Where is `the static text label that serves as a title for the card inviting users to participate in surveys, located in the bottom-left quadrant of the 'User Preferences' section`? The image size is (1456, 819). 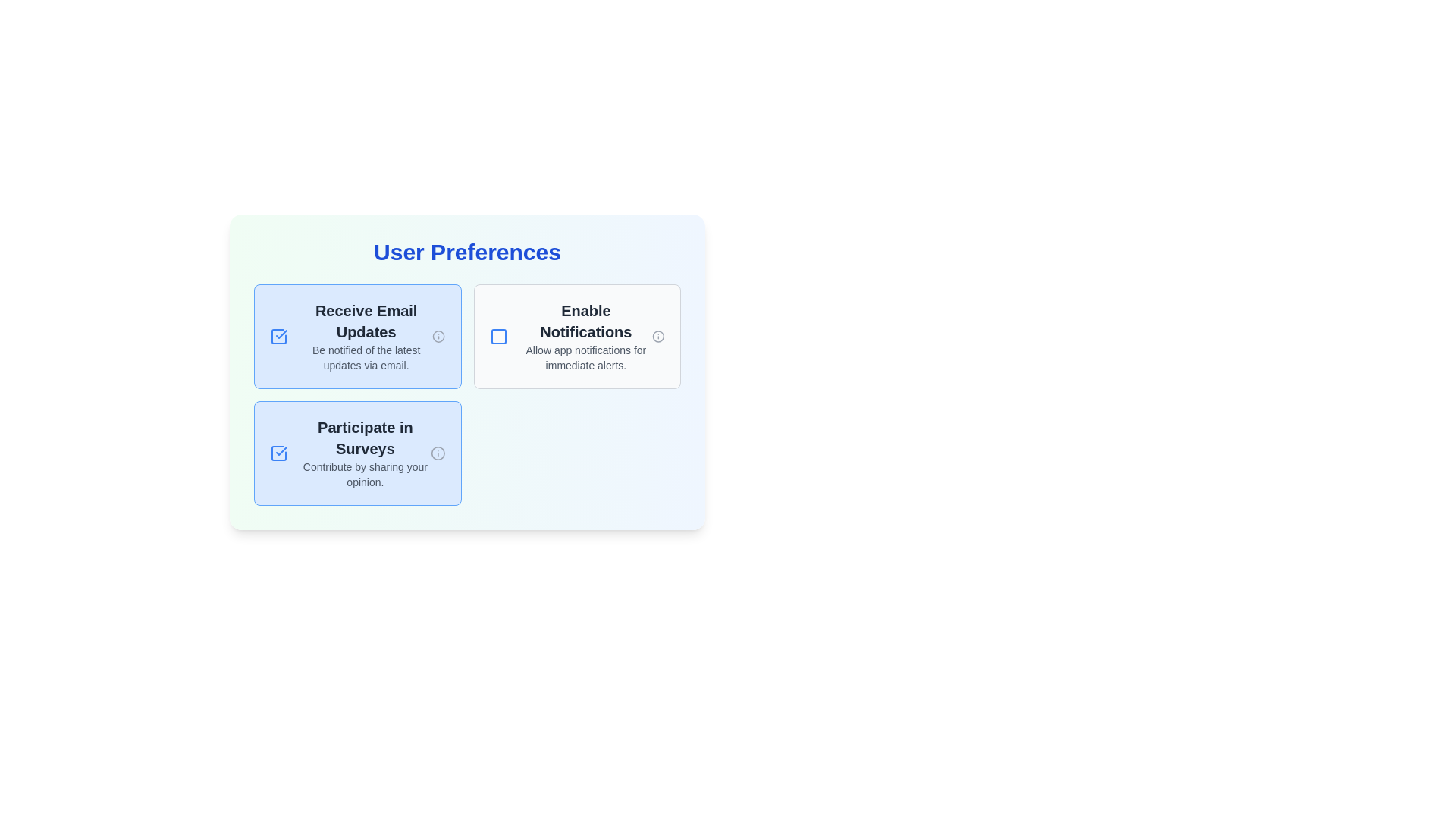
the static text label that serves as a title for the card inviting users to participate in surveys, located in the bottom-left quadrant of the 'User Preferences' section is located at coordinates (365, 438).